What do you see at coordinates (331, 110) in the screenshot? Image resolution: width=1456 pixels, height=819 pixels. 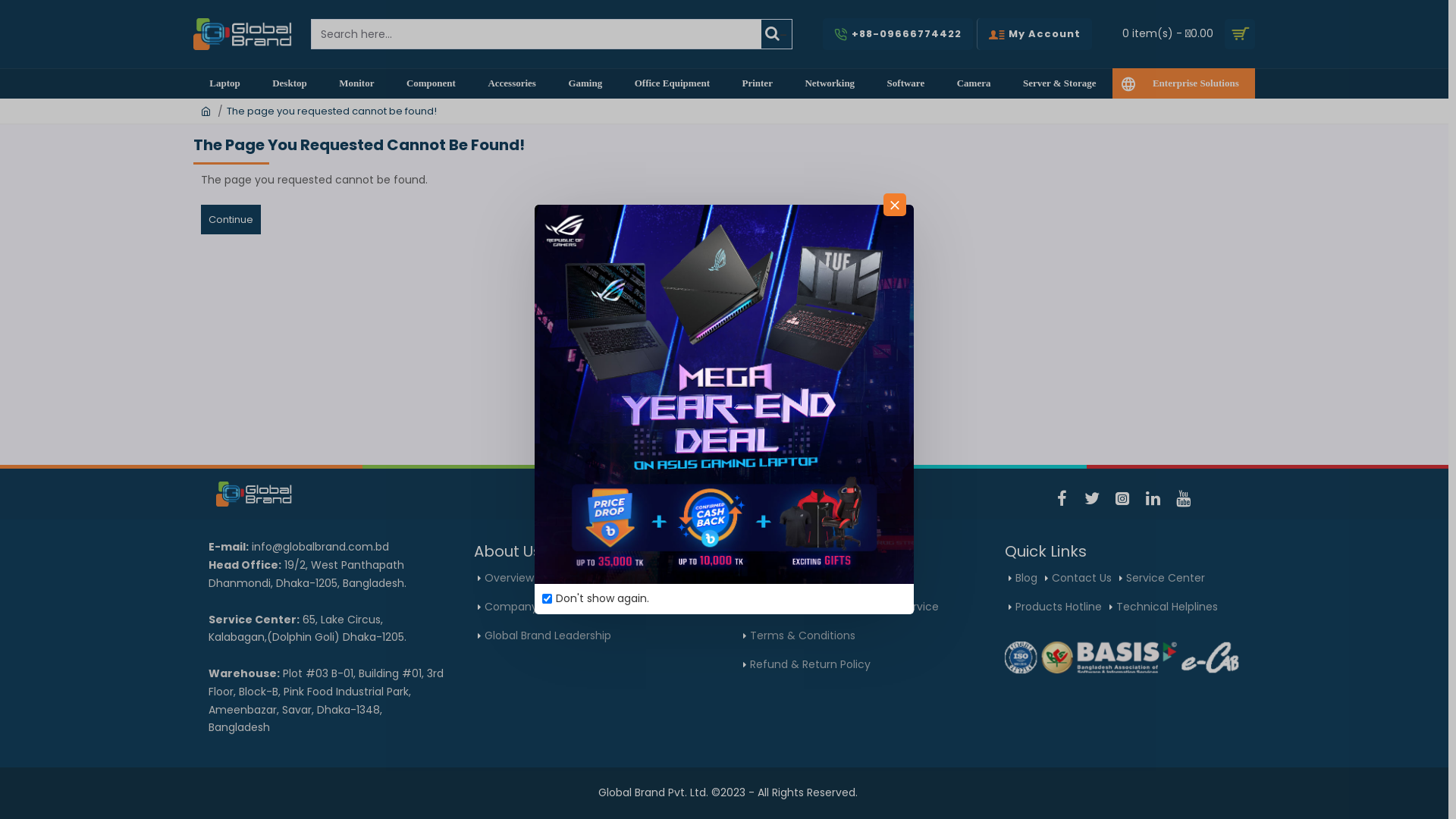 I see `'The page you requested cannot be found!'` at bounding box center [331, 110].